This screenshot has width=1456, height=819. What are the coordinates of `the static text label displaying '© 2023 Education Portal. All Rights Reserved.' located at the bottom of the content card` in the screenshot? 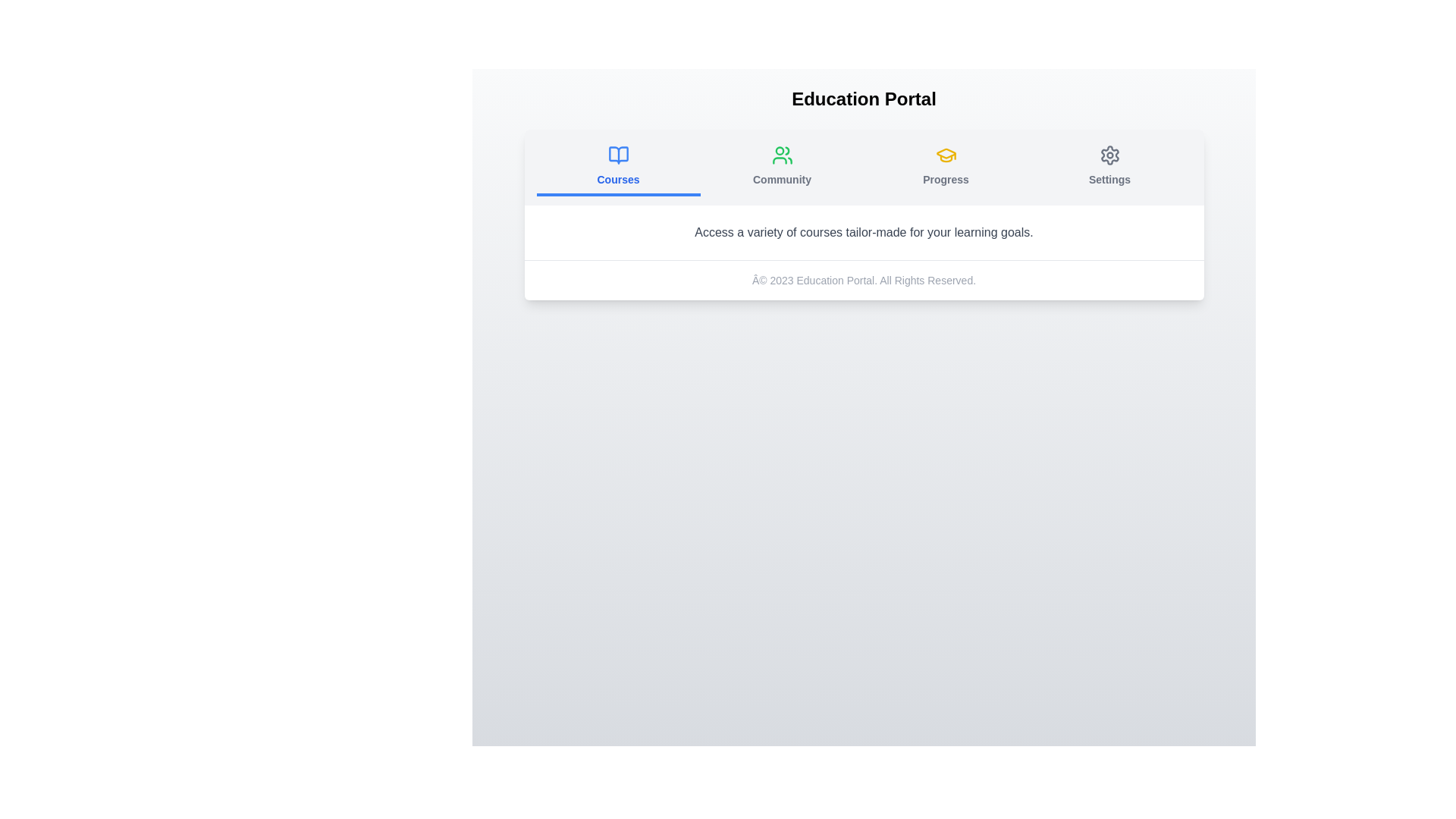 It's located at (864, 280).